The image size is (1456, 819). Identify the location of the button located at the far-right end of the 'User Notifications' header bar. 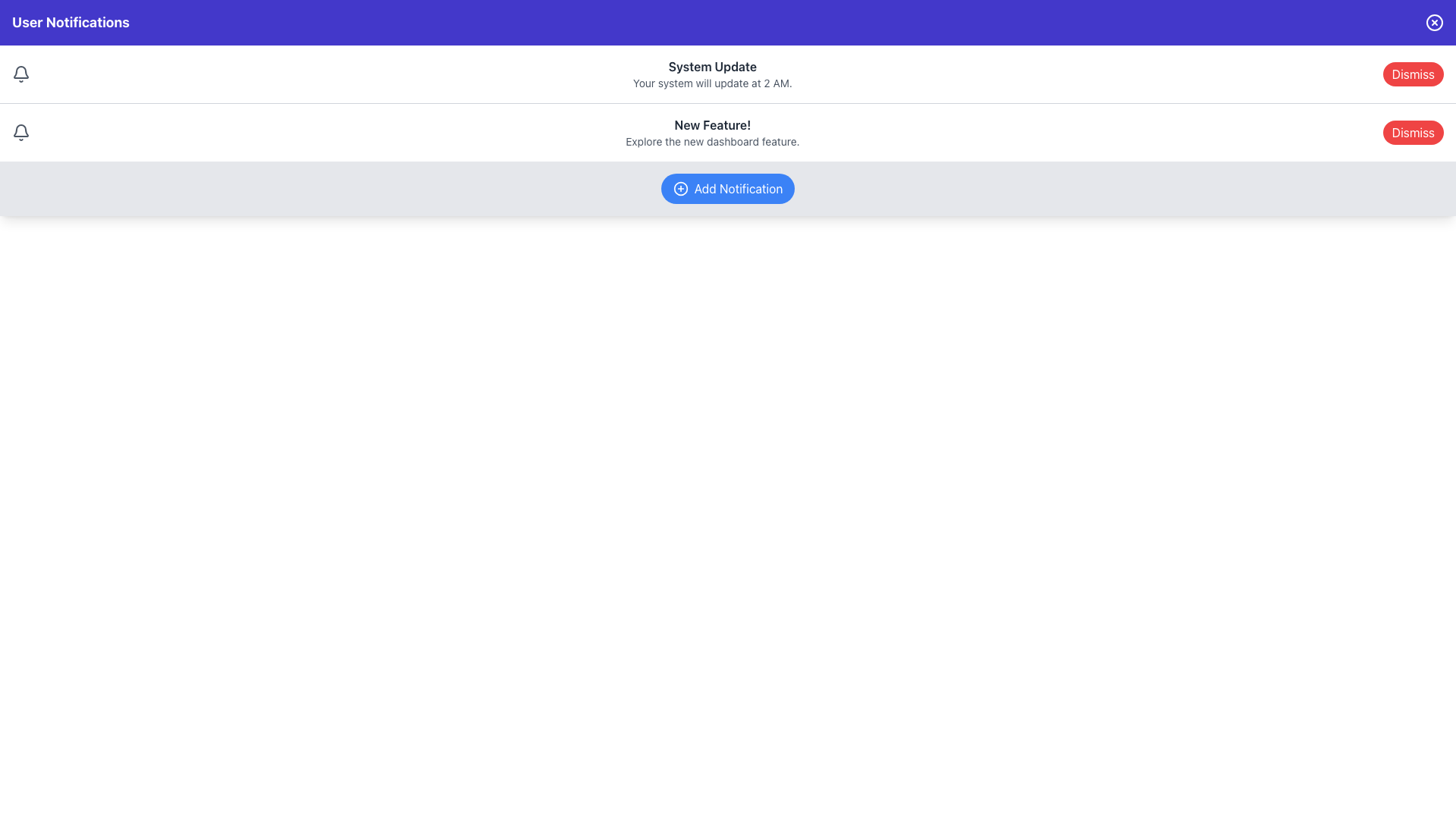
(1433, 23).